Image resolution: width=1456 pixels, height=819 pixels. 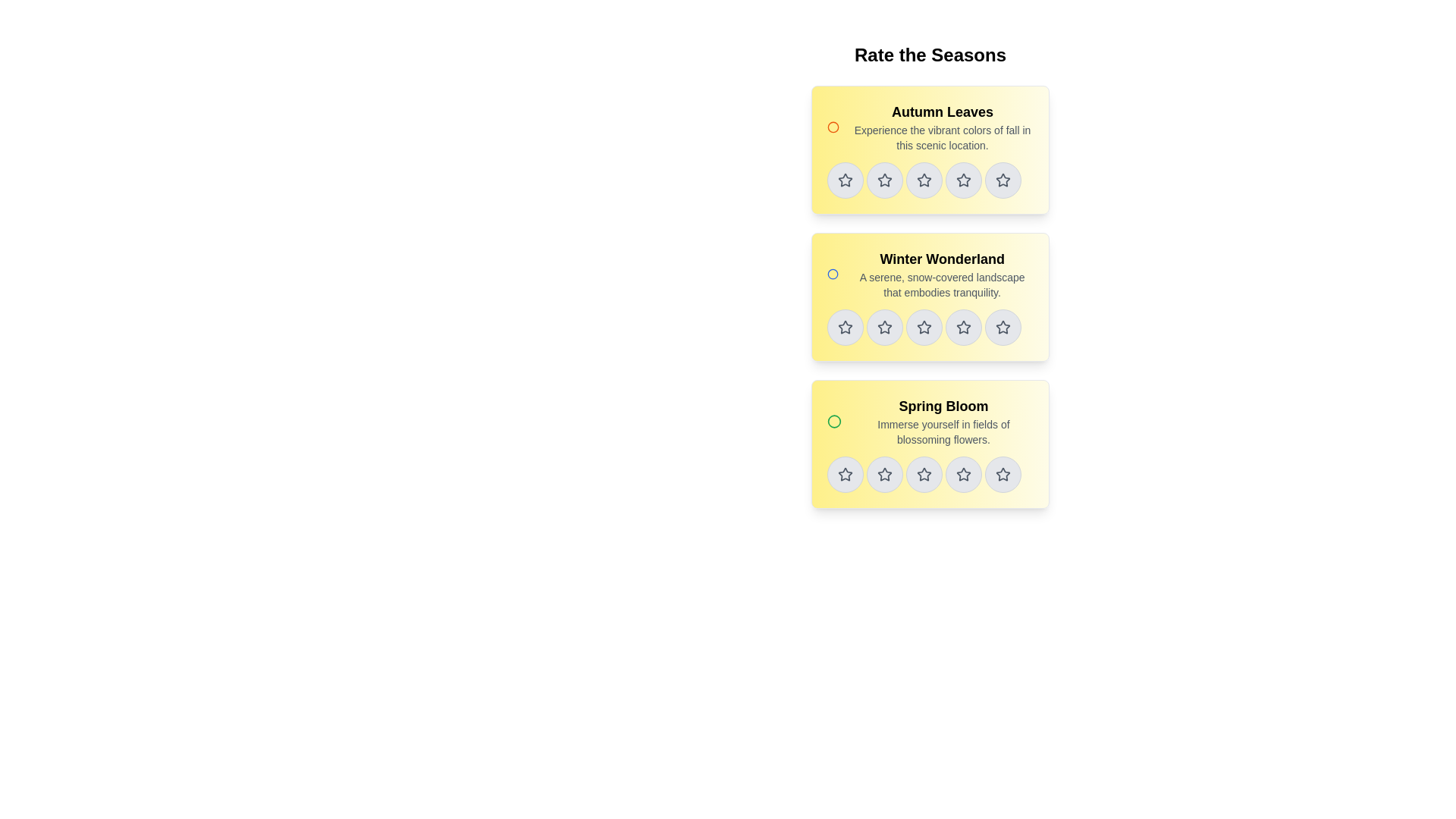 I want to click on the fourth star icon in the second row of the interactive star ratings within the 'Winter Wonderland' section to give it a rating, so click(x=924, y=327).